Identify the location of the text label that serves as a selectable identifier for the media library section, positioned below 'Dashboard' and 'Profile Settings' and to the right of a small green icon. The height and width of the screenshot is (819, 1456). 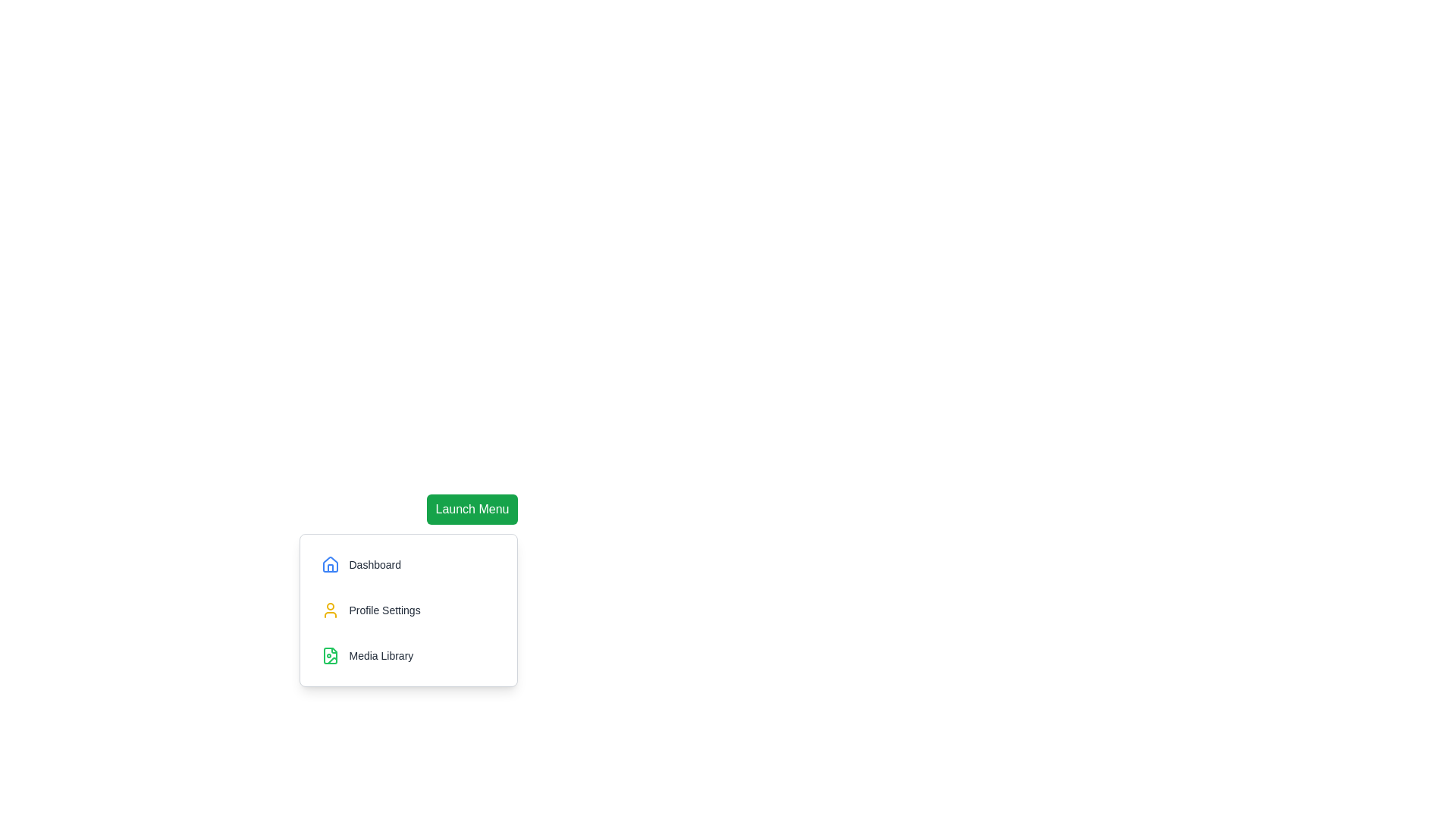
(381, 654).